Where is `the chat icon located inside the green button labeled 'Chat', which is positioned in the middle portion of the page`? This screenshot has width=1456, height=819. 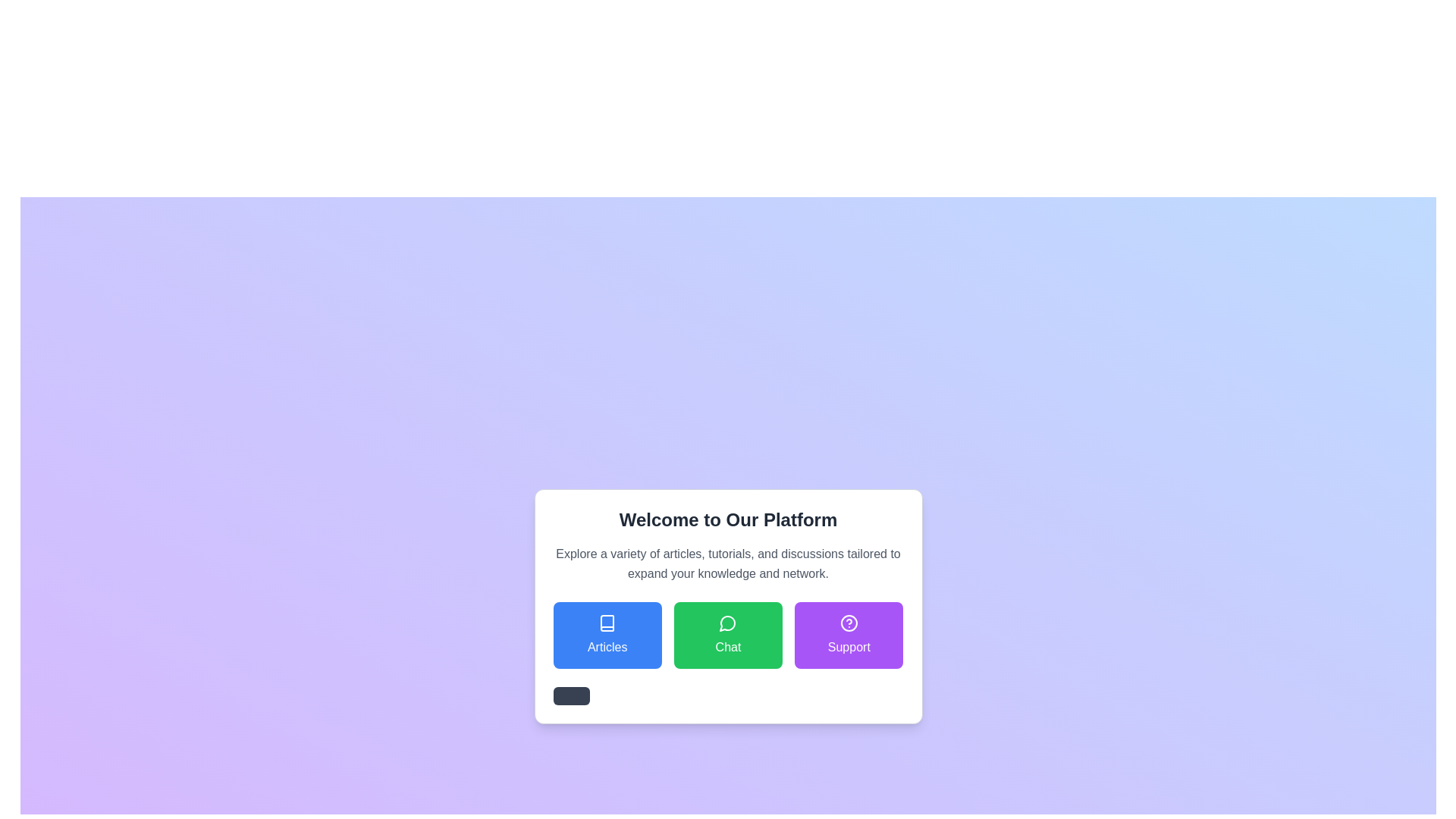
the chat icon located inside the green button labeled 'Chat', which is positioned in the middle portion of the page is located at coordinates (728, 623).